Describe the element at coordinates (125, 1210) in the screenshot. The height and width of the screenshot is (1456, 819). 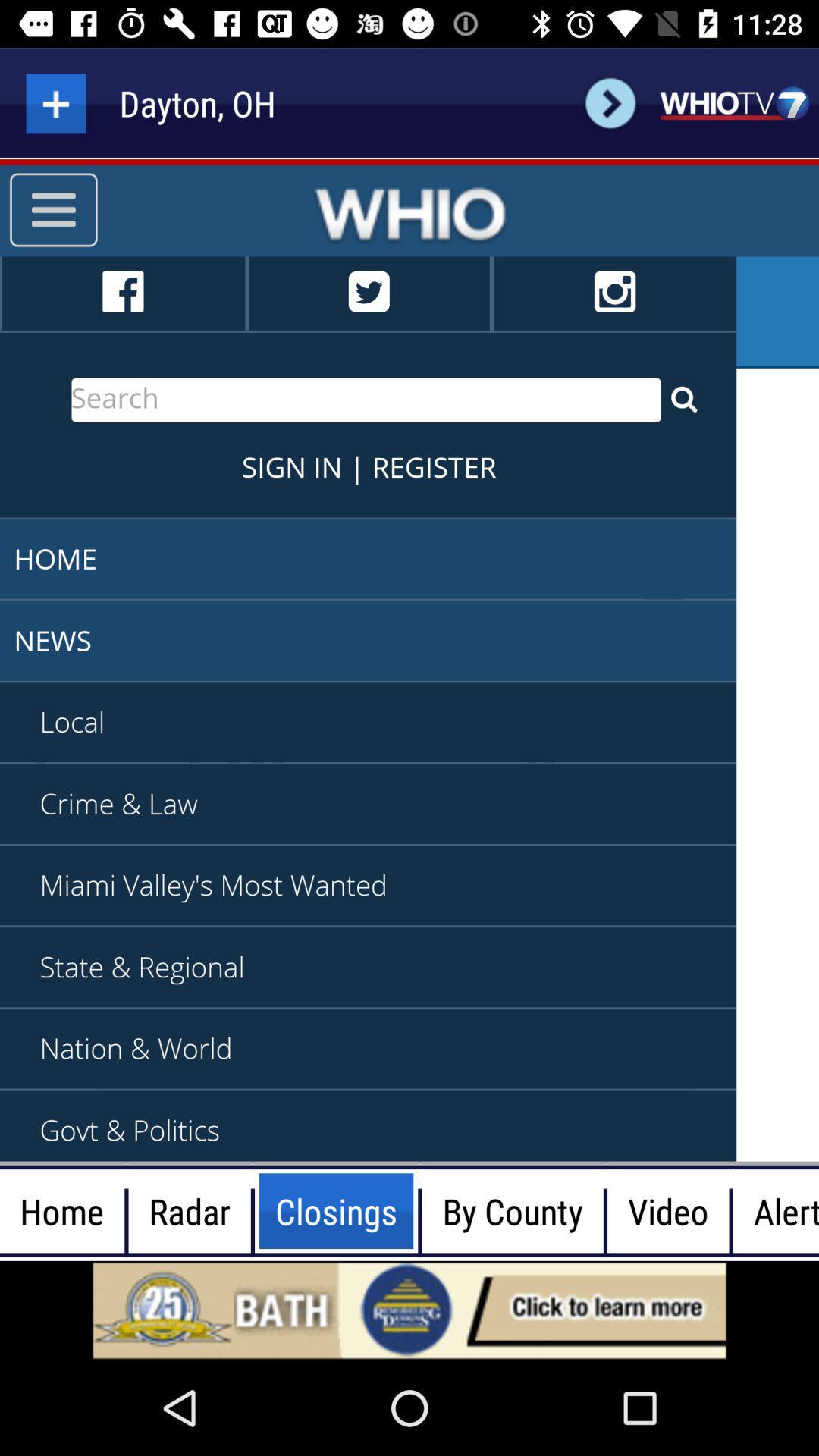
I see `line between home and radar option` at that location.